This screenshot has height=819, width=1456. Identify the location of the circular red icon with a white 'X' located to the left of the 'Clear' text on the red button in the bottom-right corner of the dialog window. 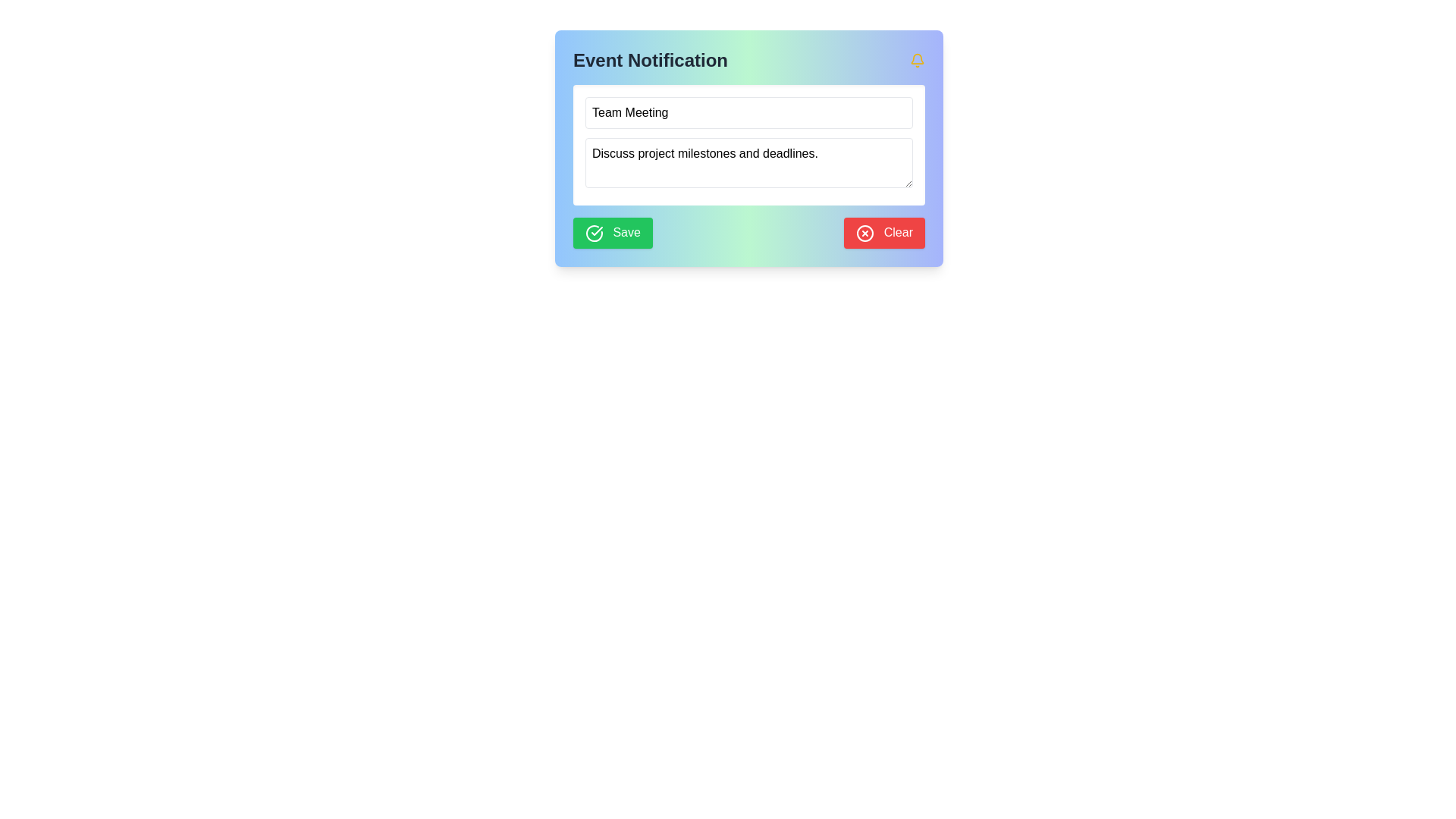
(865, 233).